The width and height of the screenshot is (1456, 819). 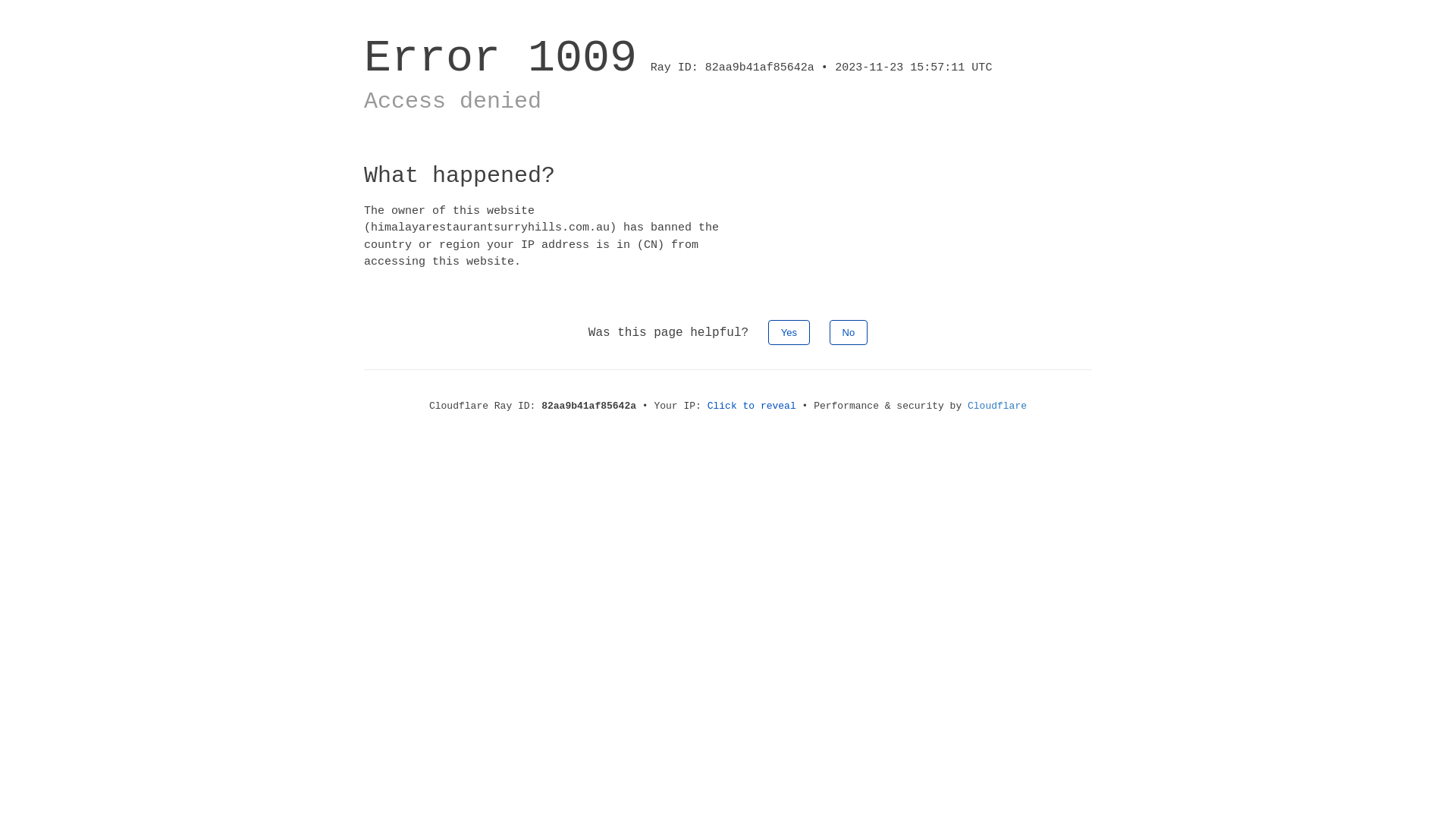 What do you see at coordinates (997, 405) in the screenshot?
I see `'Cloudflare'` at bounding box center [997, 405].